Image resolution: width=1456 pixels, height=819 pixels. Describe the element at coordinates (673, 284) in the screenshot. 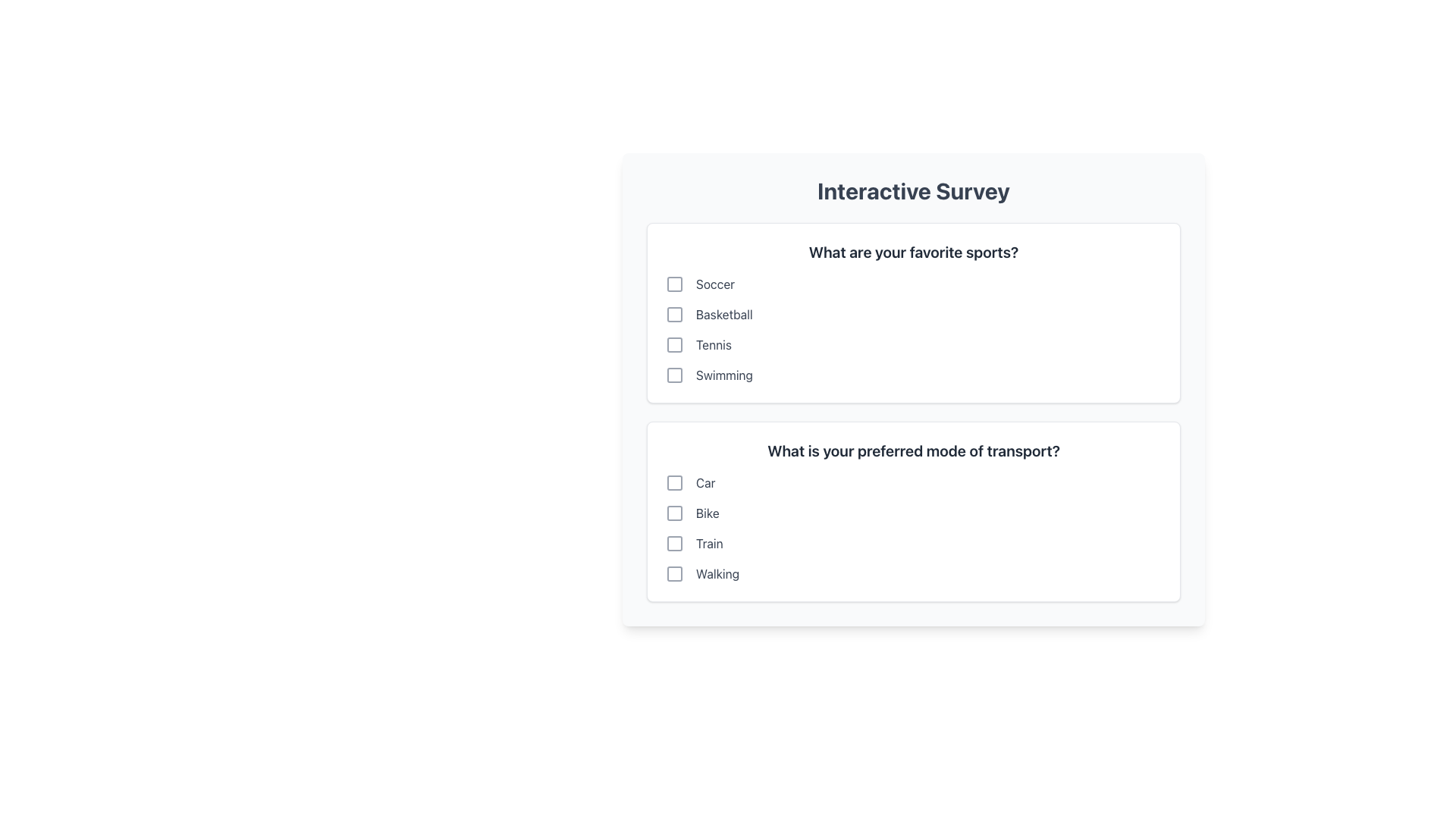

I see `the checkbox for the 'Soccer' option in the survey's favorite sports list` at that location.